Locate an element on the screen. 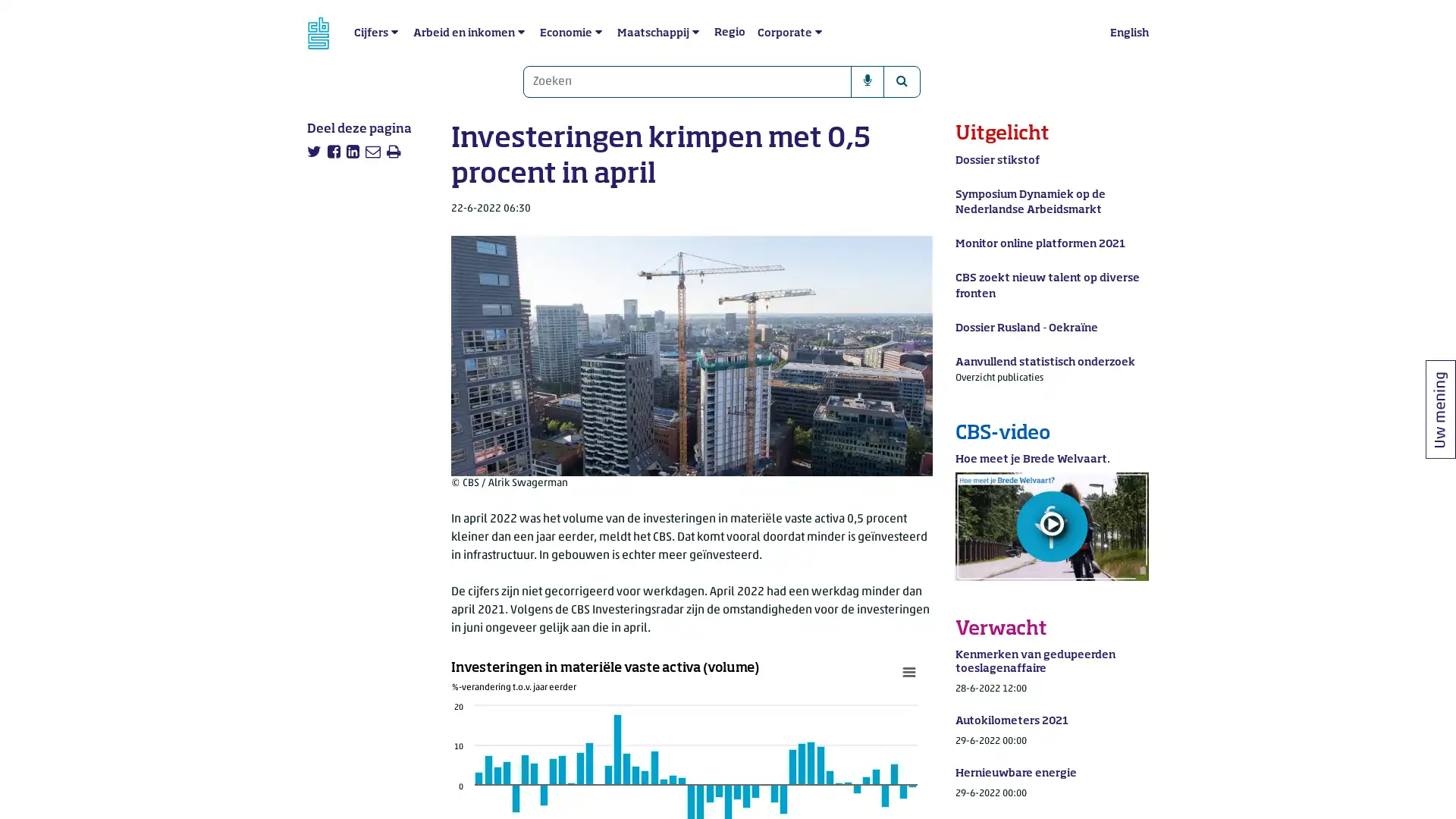  Zoeken is located at coordinates (902, 82).